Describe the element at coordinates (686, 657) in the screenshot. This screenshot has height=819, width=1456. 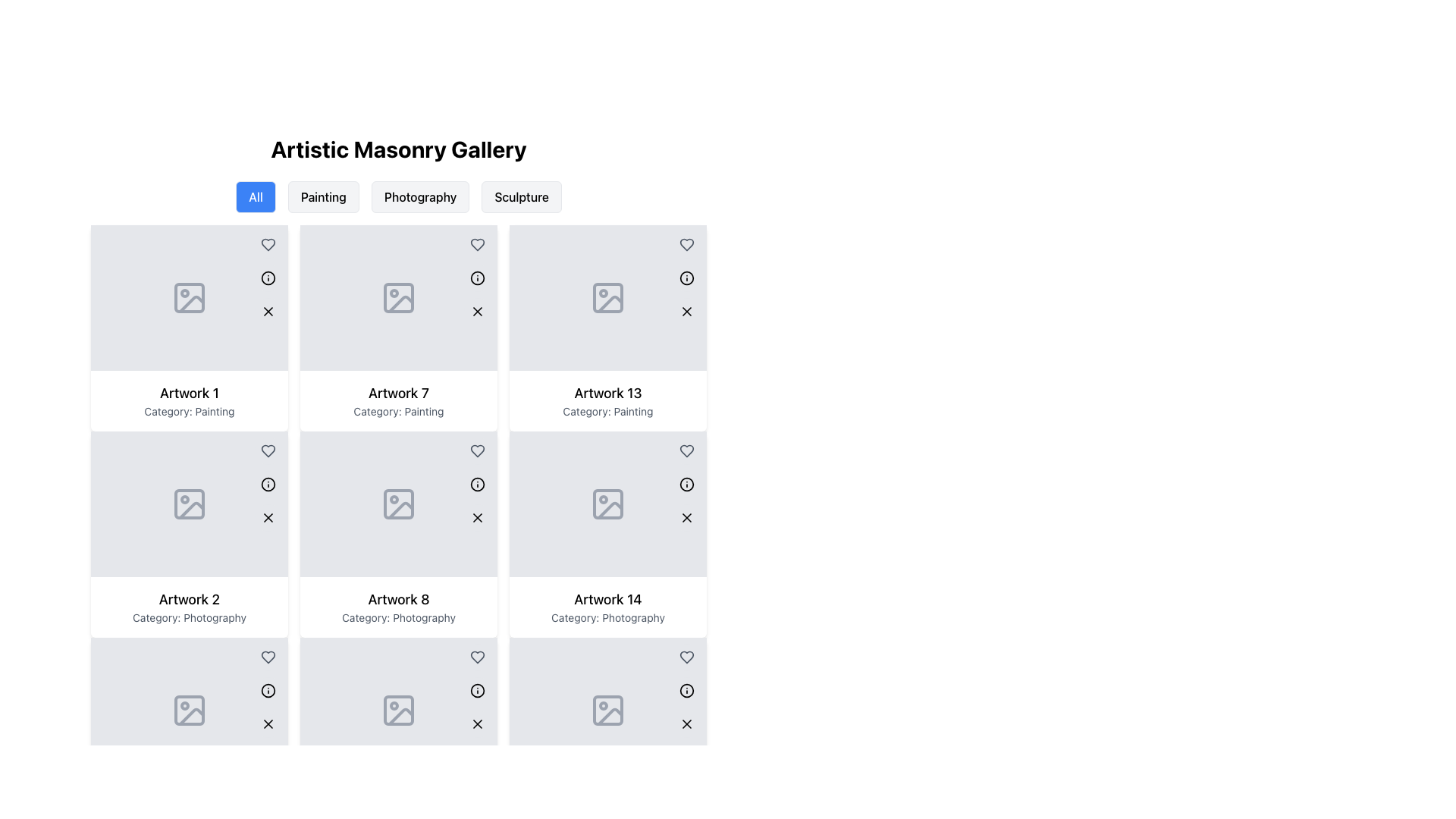
I see `the heart icon in the upper-right corner of the card labeled 'Artwork 14, Category: Photography'` at that location.